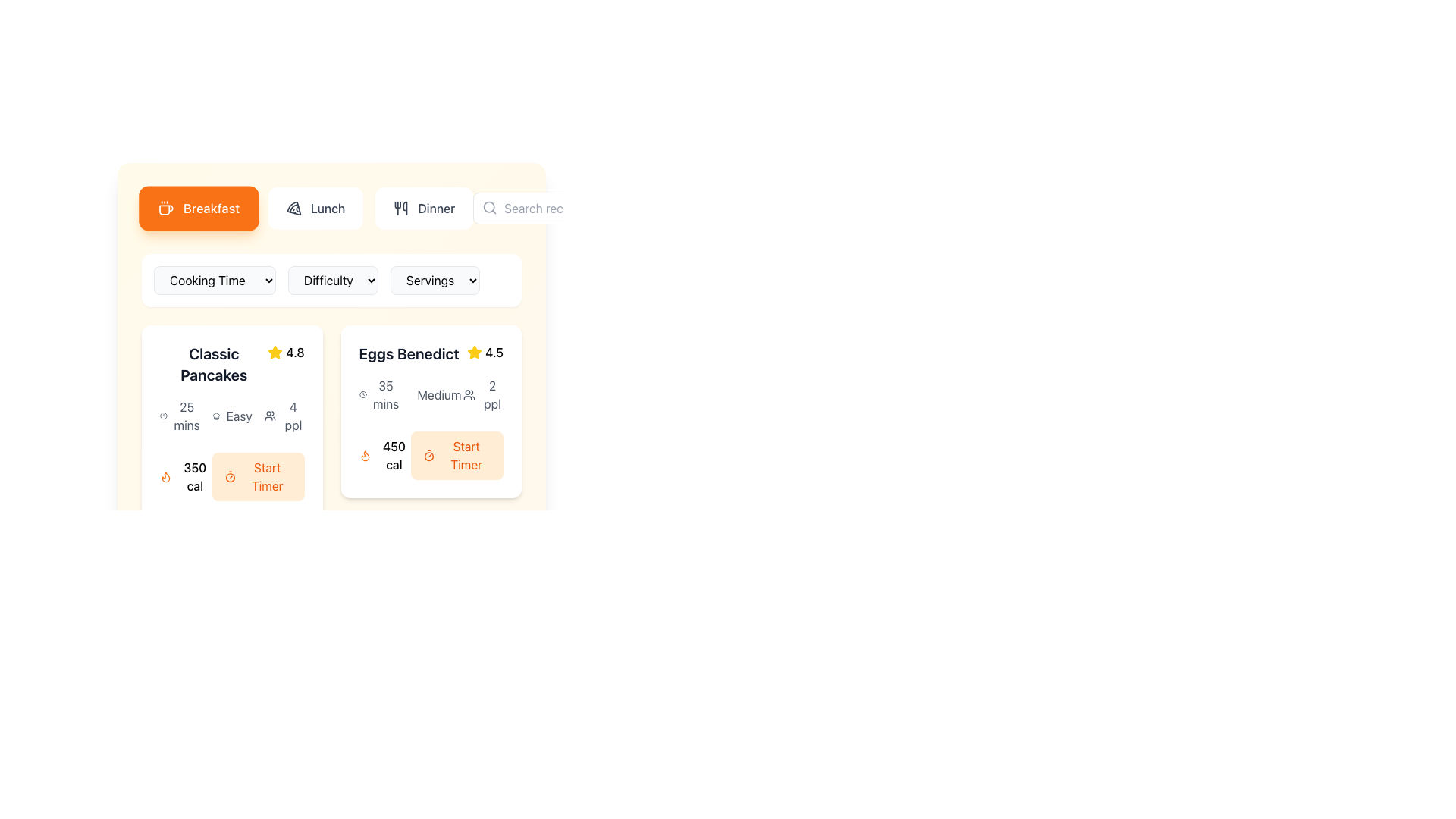  What do you see at coordinates (293, 208) in the screenshot?
I see `the curved line segment of the graphic icon that is part of the design near the 'Lunch' button resembling a pizza slice` at bounding box center [293, 208].